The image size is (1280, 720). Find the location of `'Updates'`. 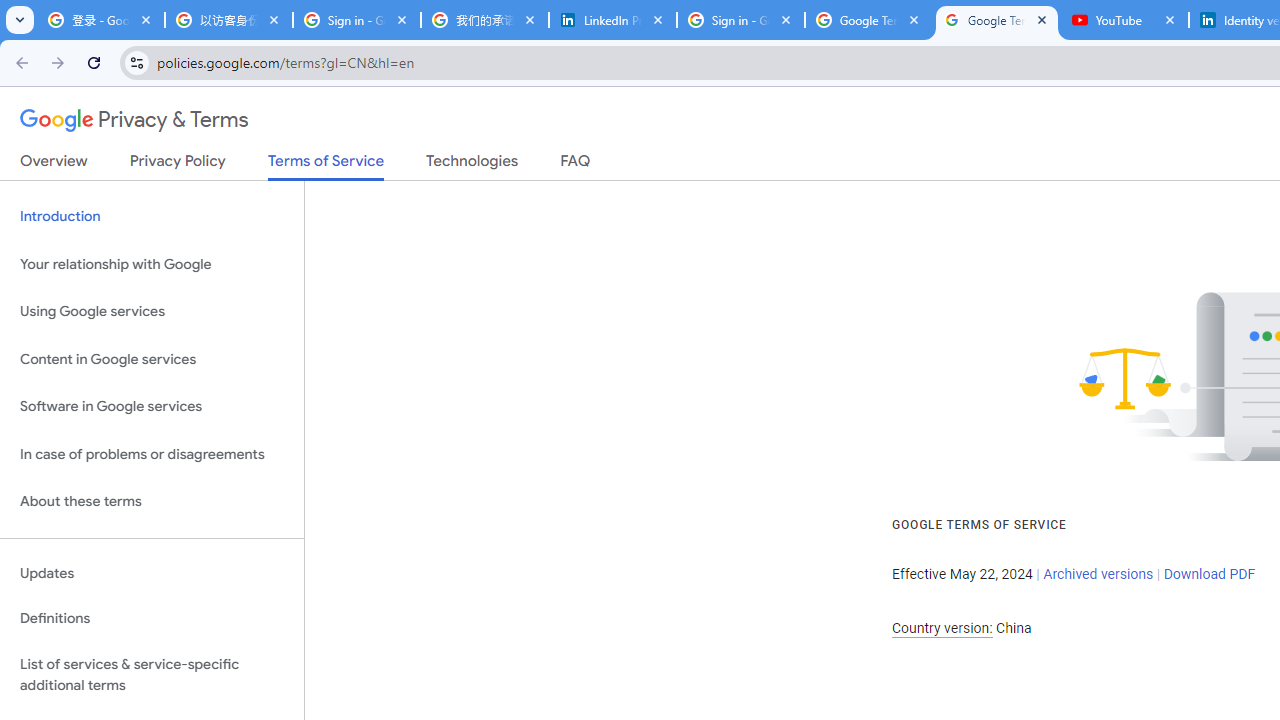

'Updates' is located at coordinates (151, 573).